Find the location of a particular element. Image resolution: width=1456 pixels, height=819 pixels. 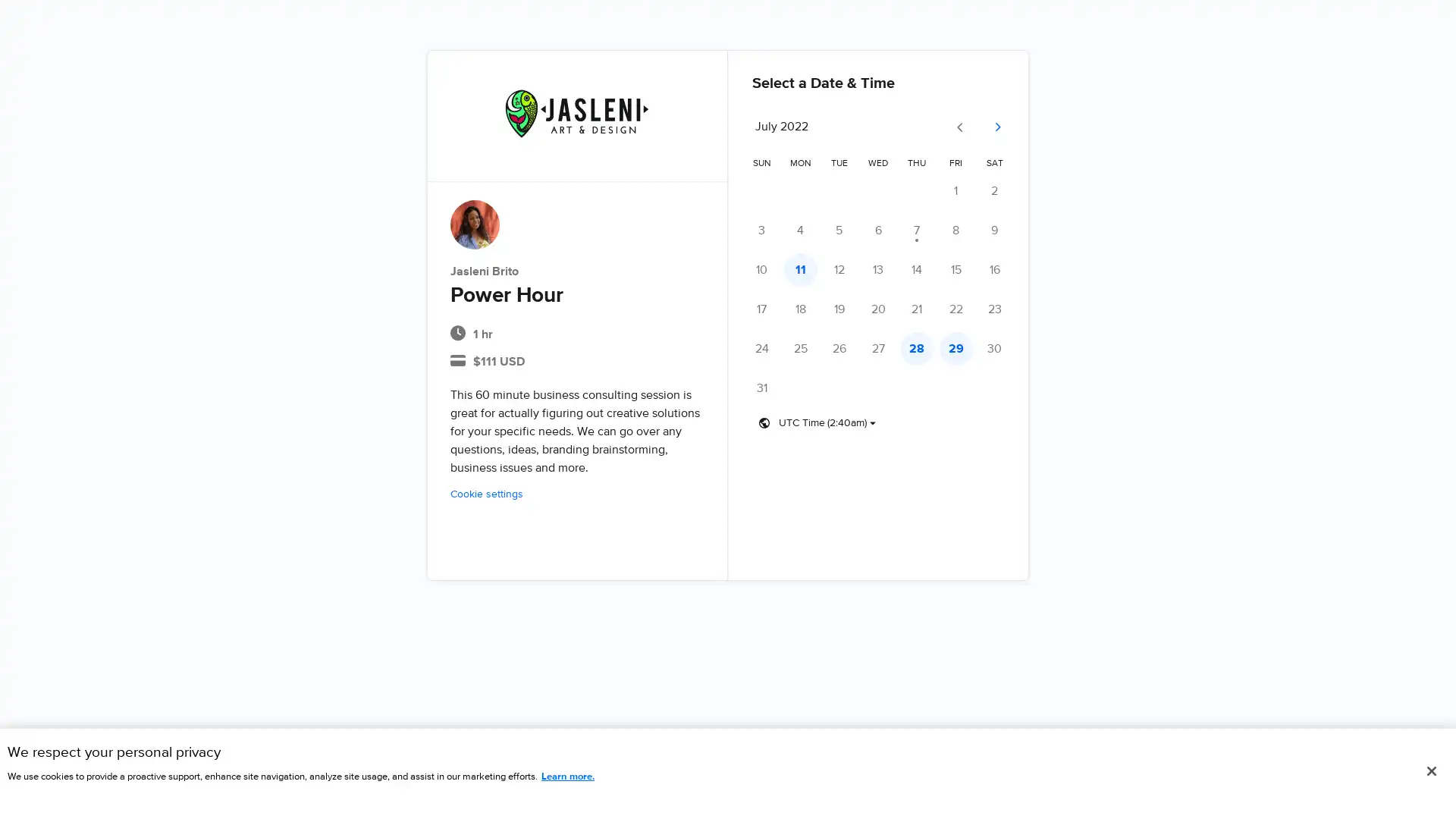

Sunday, July 17 - No times available is located at coordinates (761, 309).